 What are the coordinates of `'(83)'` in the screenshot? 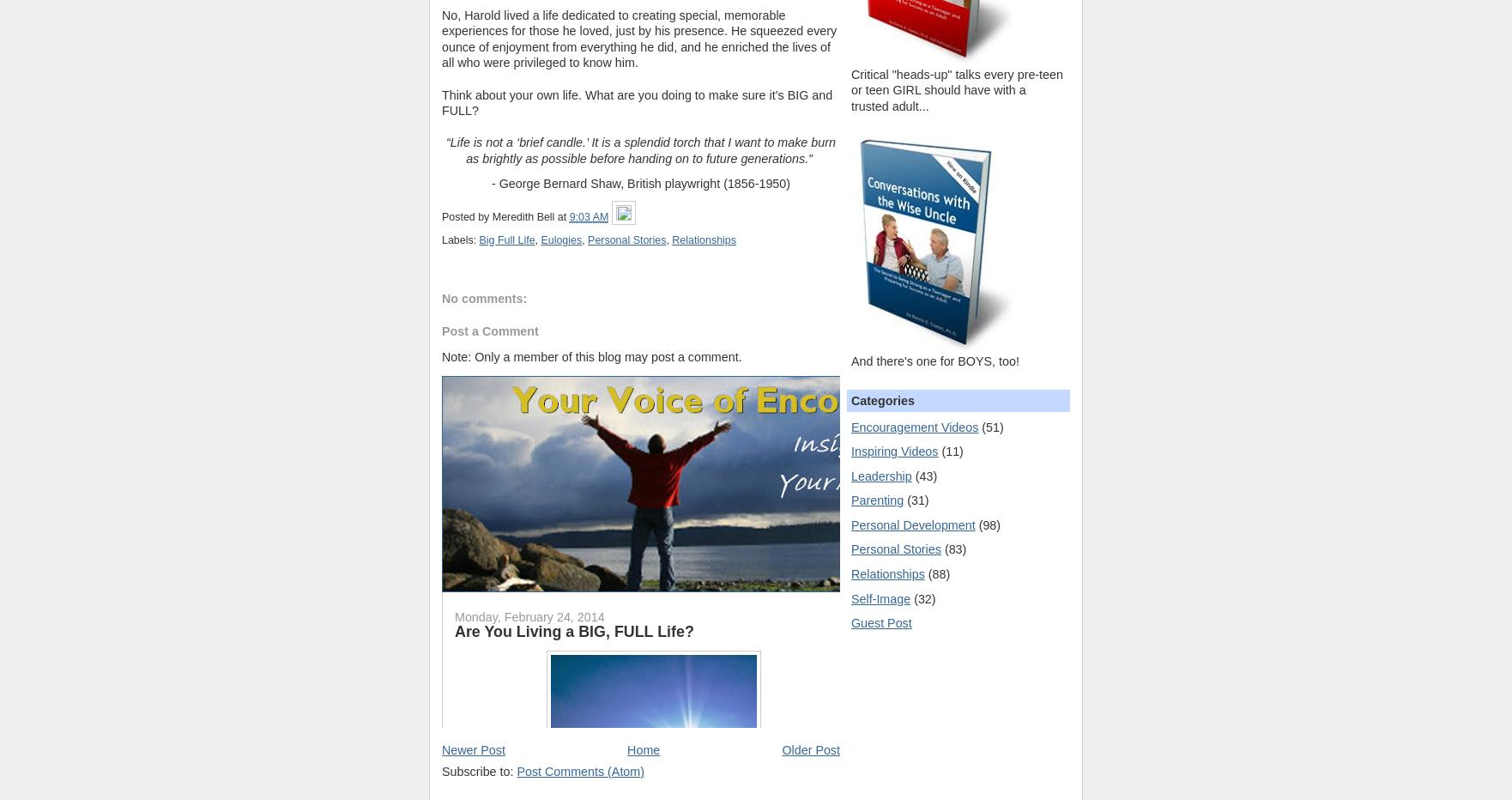 It's located at (955, 548).